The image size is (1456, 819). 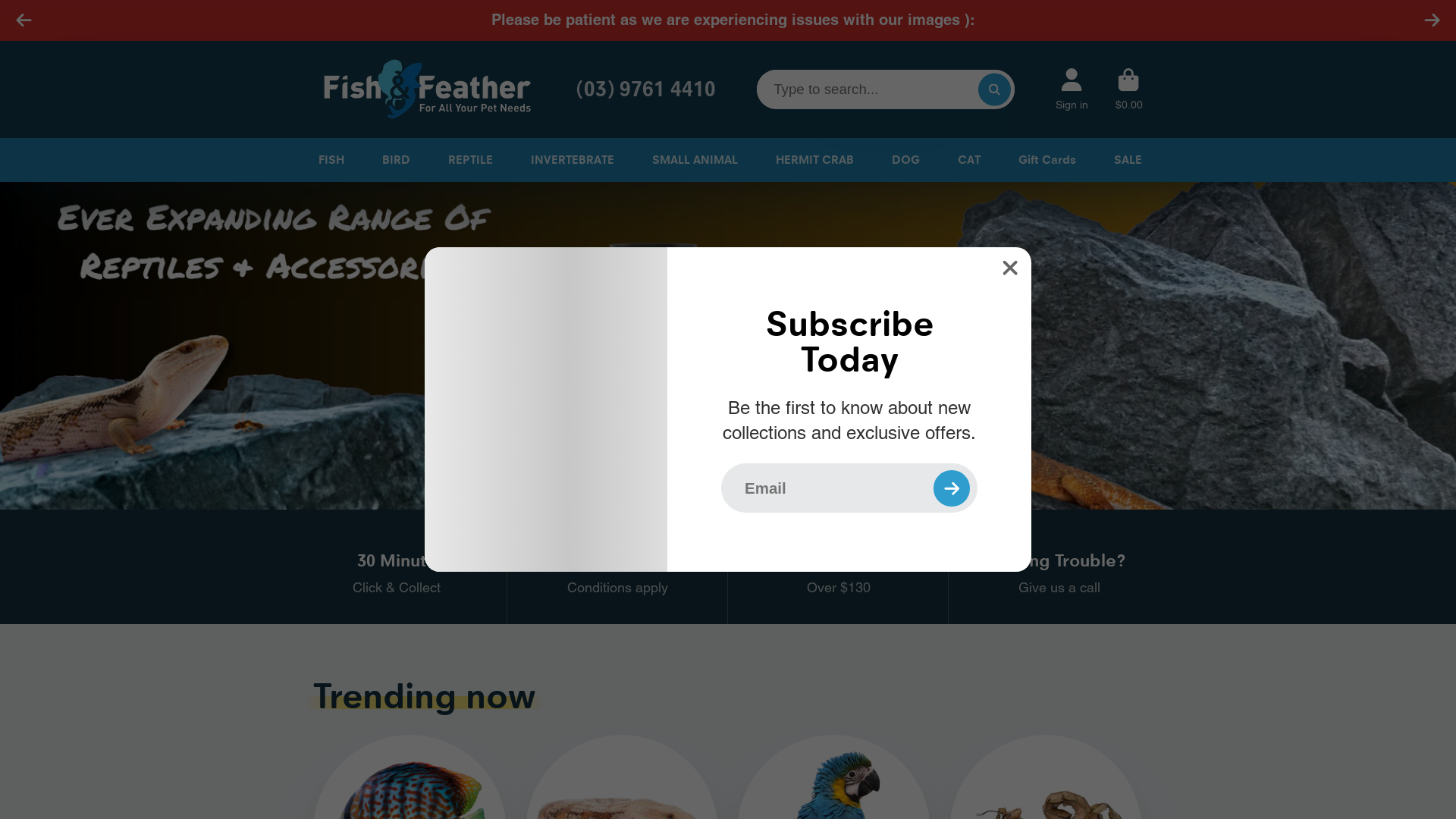 I want to click on 'SALE', so click(x=1109, y=160).